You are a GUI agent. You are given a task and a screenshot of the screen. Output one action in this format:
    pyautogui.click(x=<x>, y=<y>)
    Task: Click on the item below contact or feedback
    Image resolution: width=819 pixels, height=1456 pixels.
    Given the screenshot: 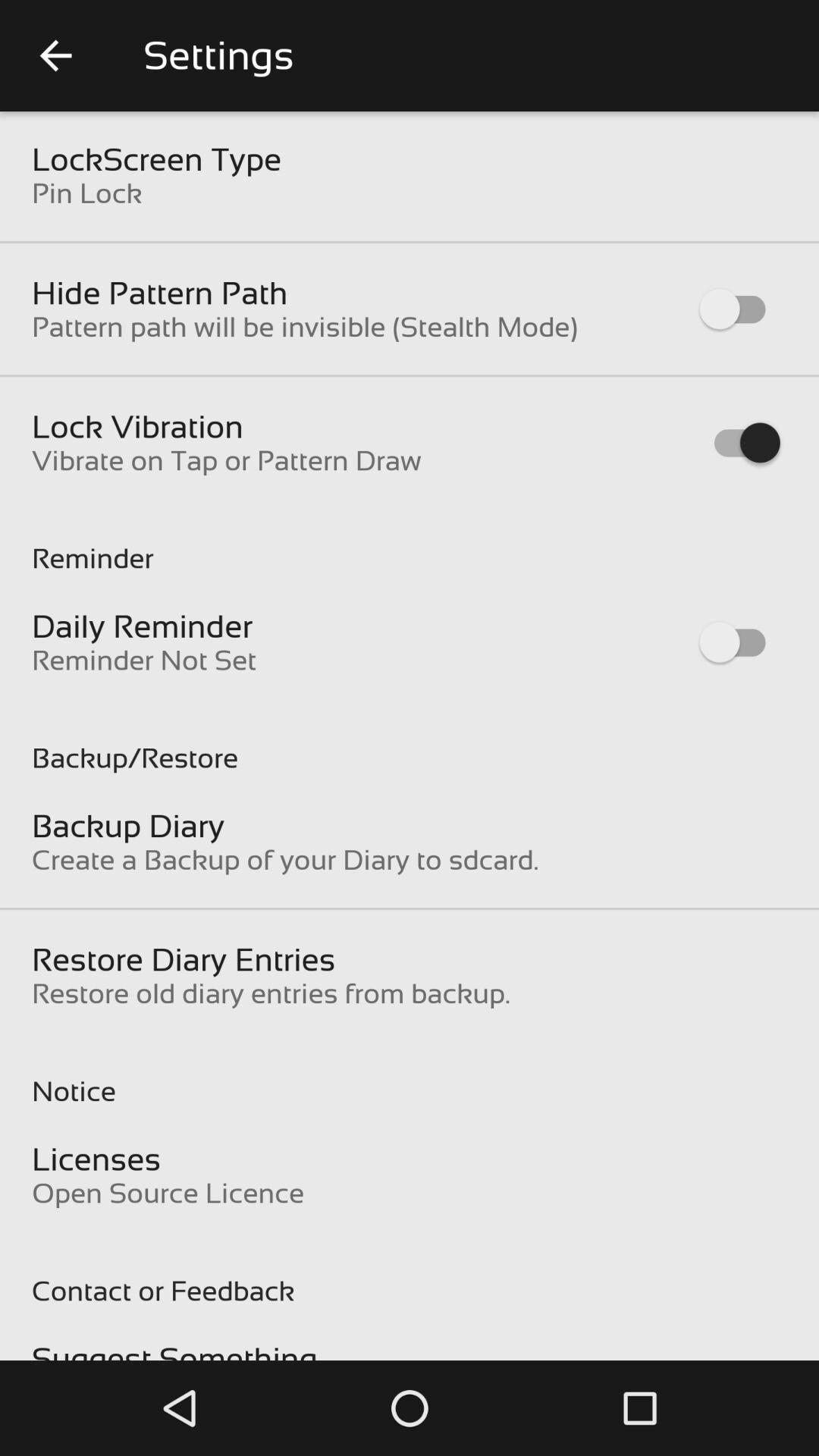 What is the action you would take?
    pyautogui.click(x=174, y=1351)
    